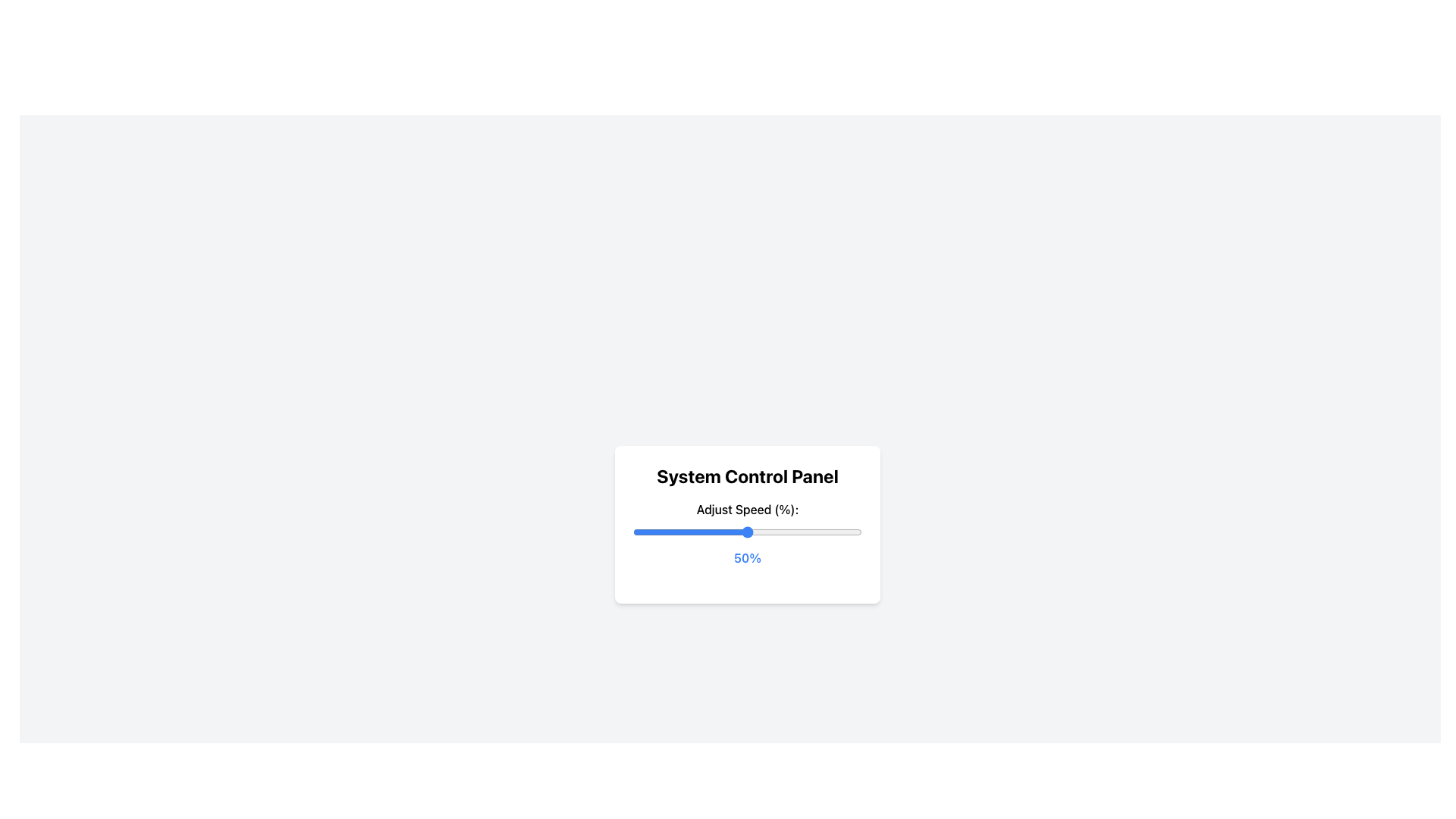 Image resolution: width=1456 pixels, height=819 pixels. I want to click on the speed, so click(733, 532).